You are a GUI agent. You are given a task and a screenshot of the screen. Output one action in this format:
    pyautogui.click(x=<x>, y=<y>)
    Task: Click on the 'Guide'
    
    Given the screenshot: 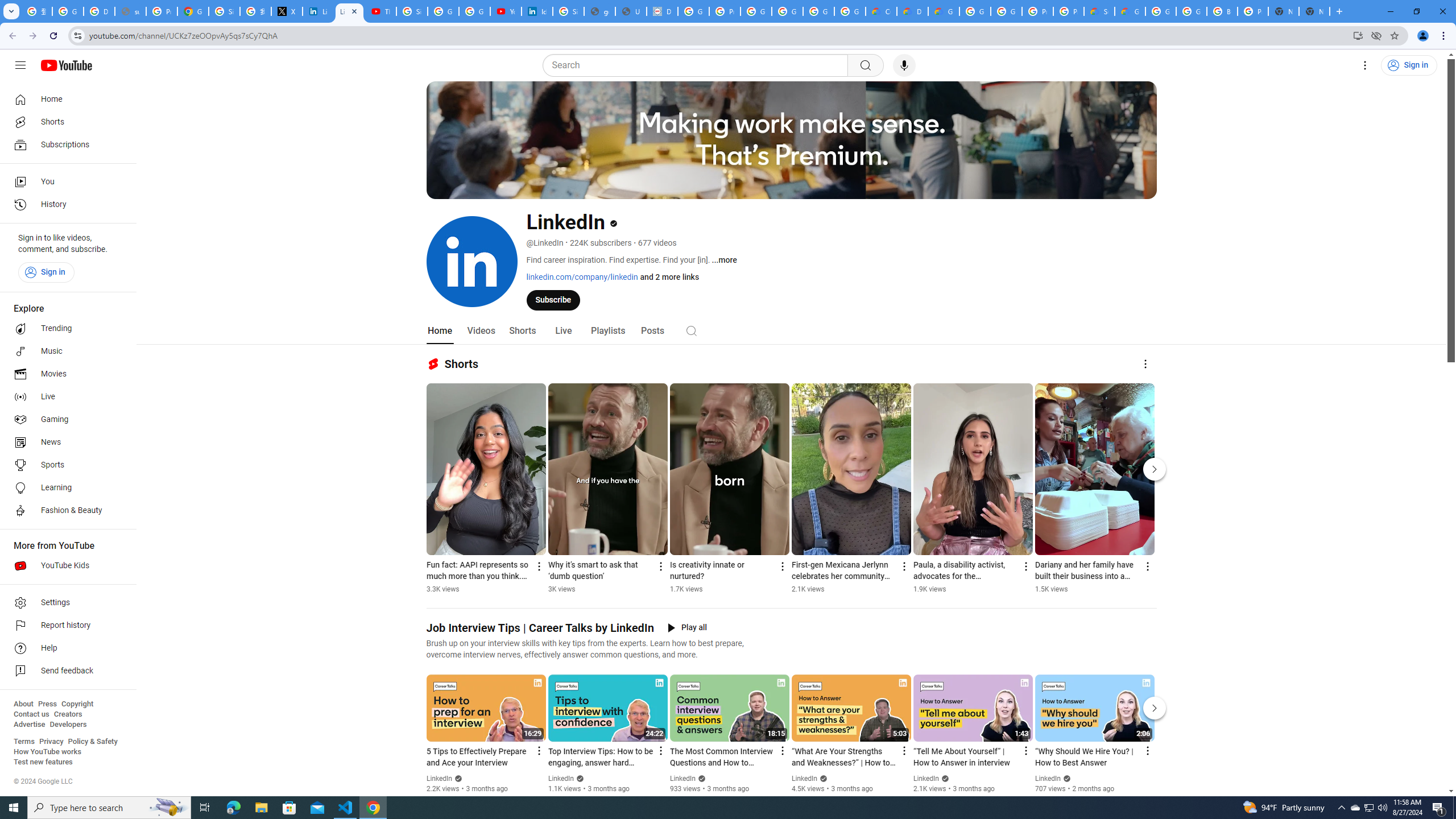 What is the action you would take?
    pyautogui.click(x=19, y=65)
    